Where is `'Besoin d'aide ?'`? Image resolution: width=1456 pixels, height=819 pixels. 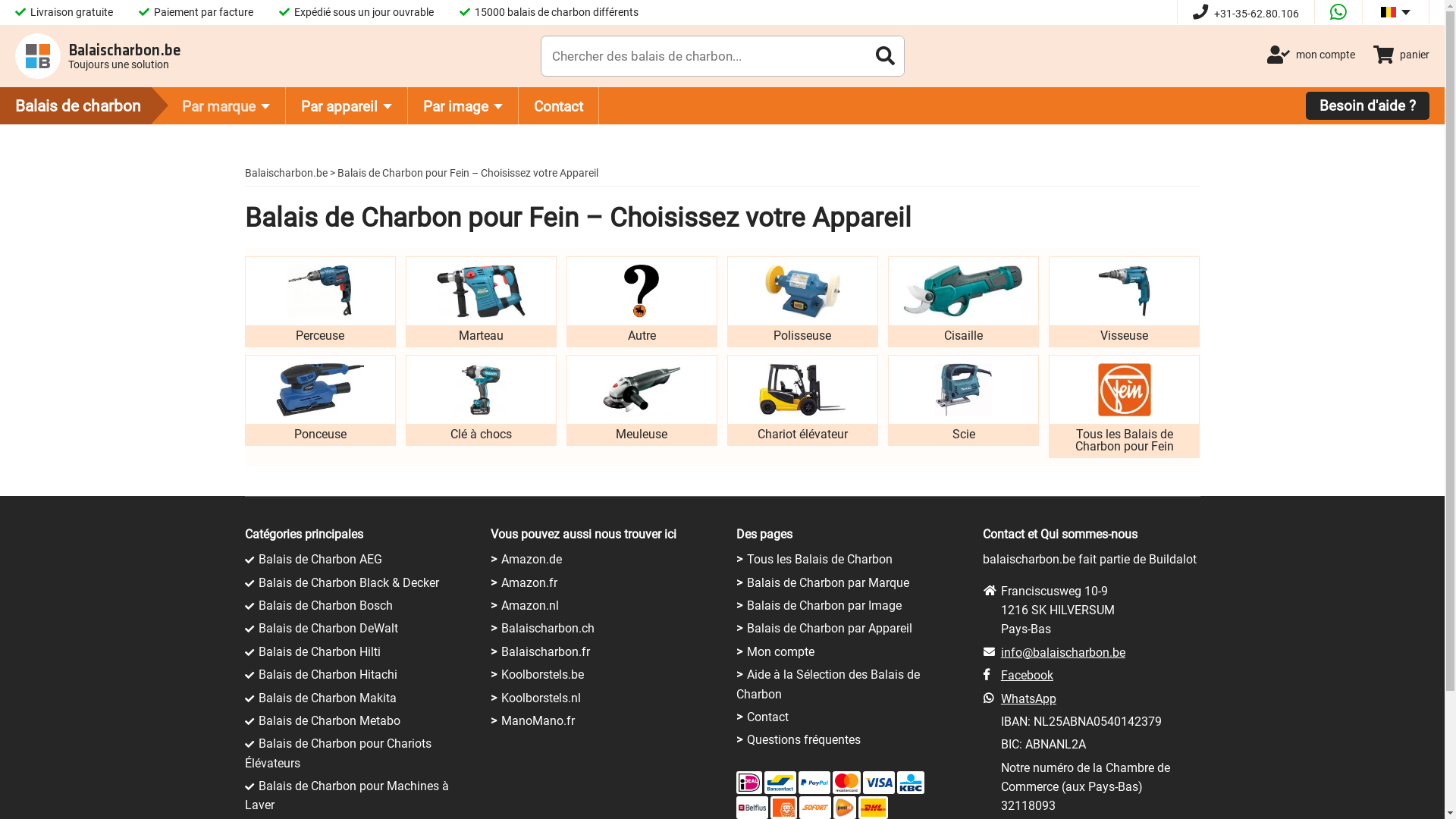 'Besoin d'aide ?' is located at coordinates (1367, 105).